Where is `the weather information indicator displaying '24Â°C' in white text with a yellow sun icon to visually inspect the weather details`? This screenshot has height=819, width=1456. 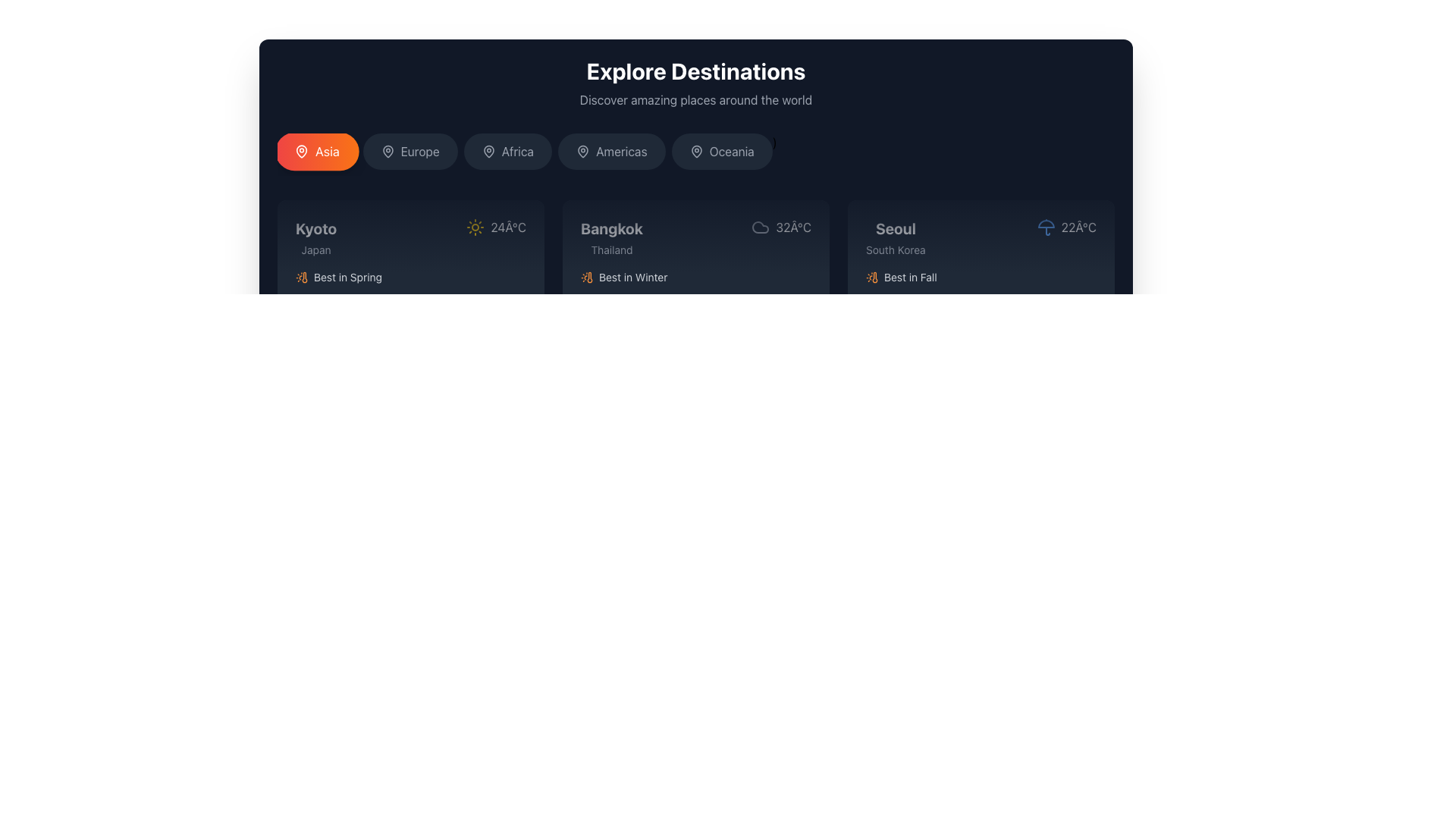
the weather information indicator displaying '24Â°C' in white text with a yellow sun icon to visually inspect the weather details is located at coordinates (496, 227).